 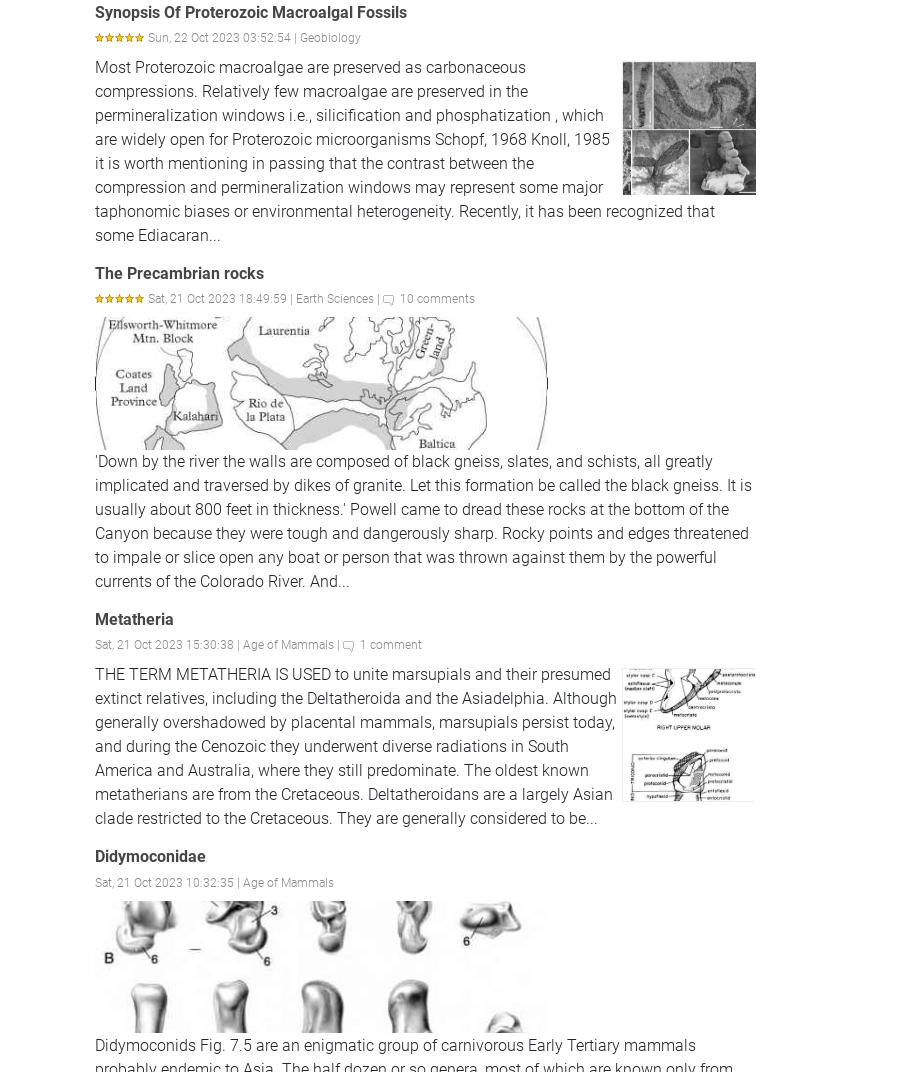 What do you see at coordinates (404, 149) in the screenshot?
I see `'Most Proterozoic macroalgae are preserved as carbonaceous compressions. Relatively few macroalgae are preserved in the permineralization windows i.e., silicification and phosphatization , which are widely open for Proterozoic microorganisms Schopf, 1968 Knoll, 1985 it is worth mentioning in passing that the contrast between the compression and permineralization windows may represent some major taphonomic biases or environmental heterogeneity. Recently, it has been recognized that some Ediacaran...'` at bounding box center [404, 149].